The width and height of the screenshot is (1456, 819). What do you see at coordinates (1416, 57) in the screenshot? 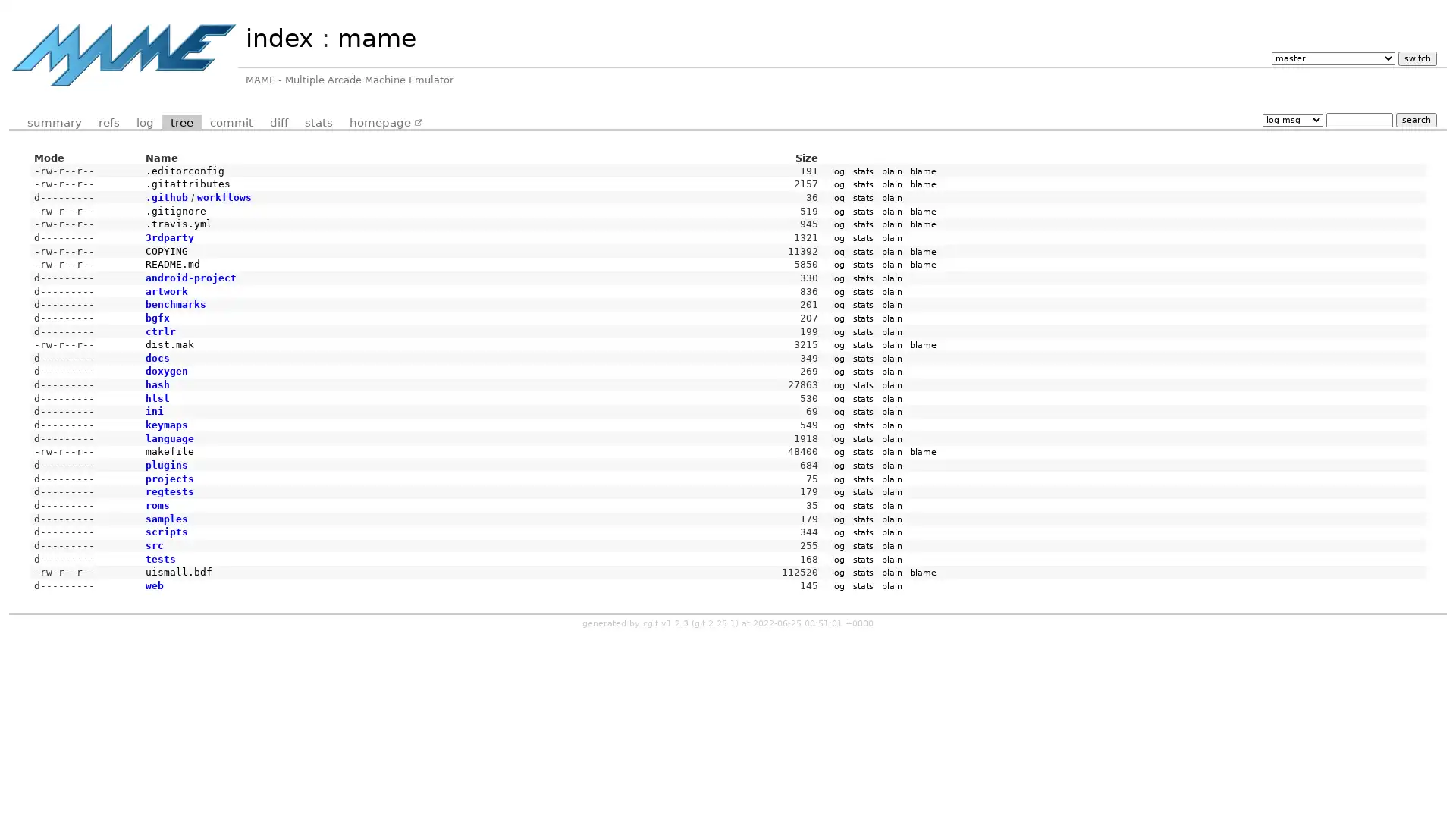
I see `switch` at bounding box center [1416, 57].